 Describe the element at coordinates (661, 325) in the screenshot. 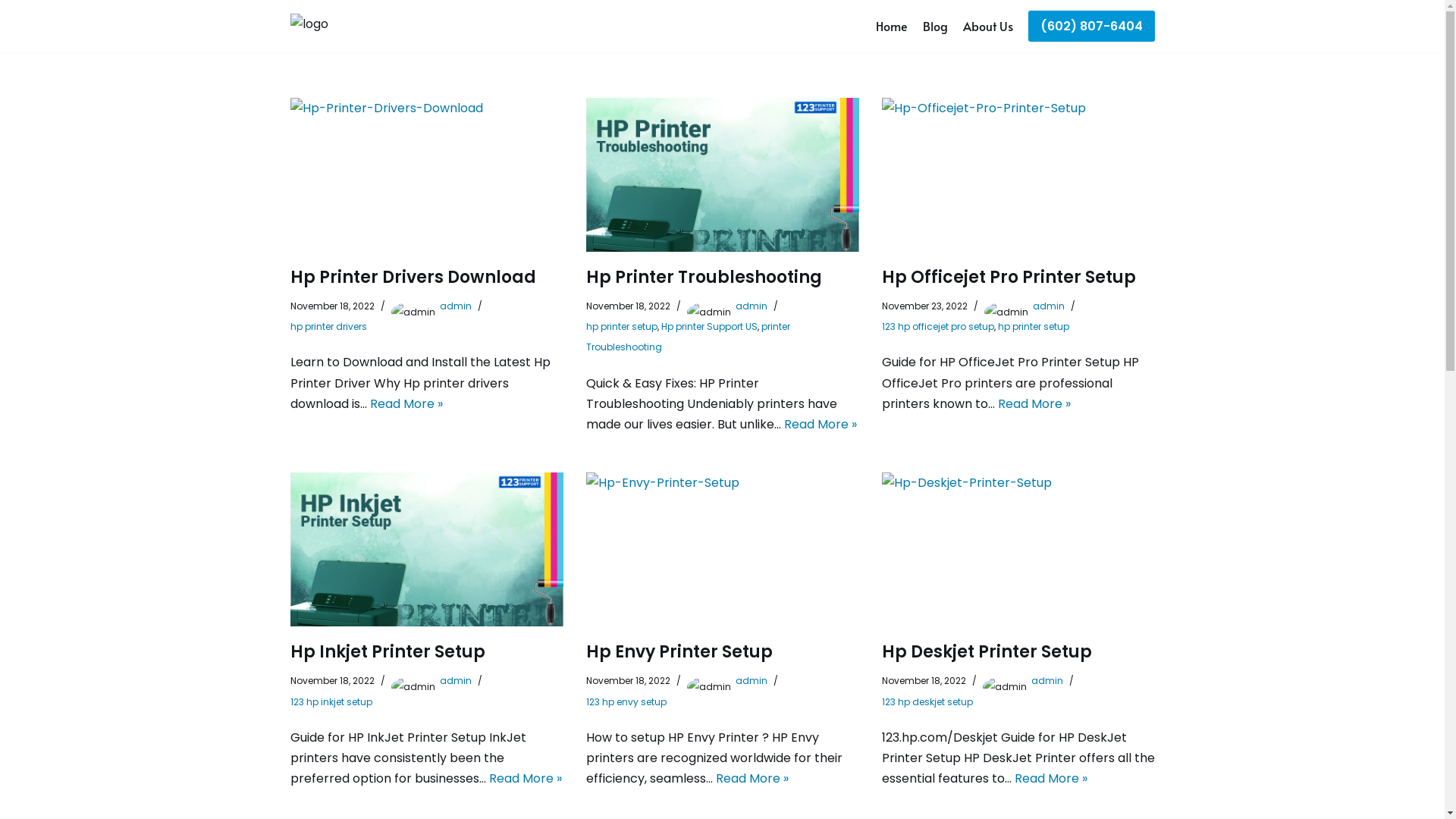

I see `'Hp printer Support US'` at that location.